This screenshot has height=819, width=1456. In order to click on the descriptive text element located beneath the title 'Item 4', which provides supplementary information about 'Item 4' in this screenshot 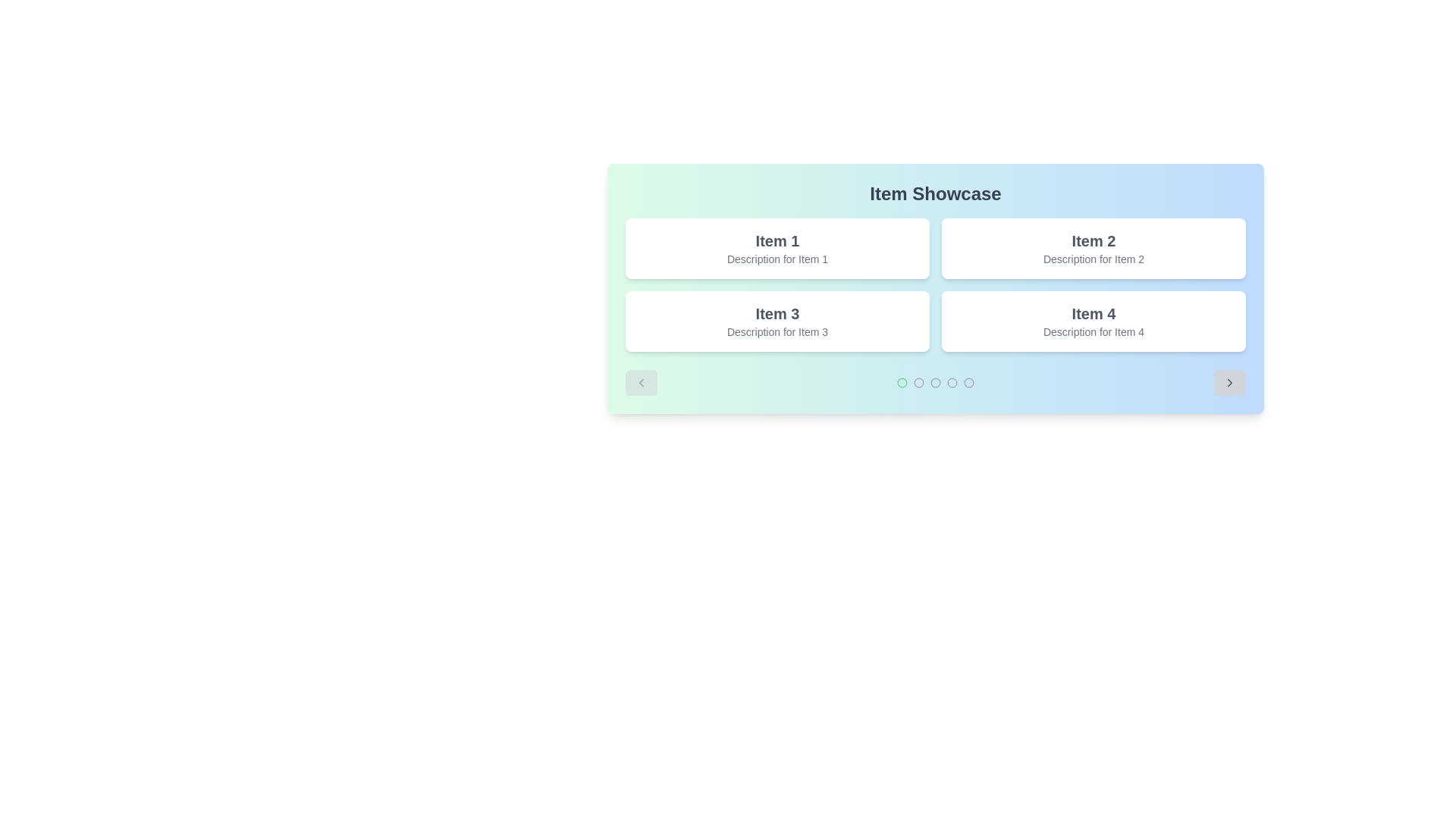, I will do `click(1094, 331)`.